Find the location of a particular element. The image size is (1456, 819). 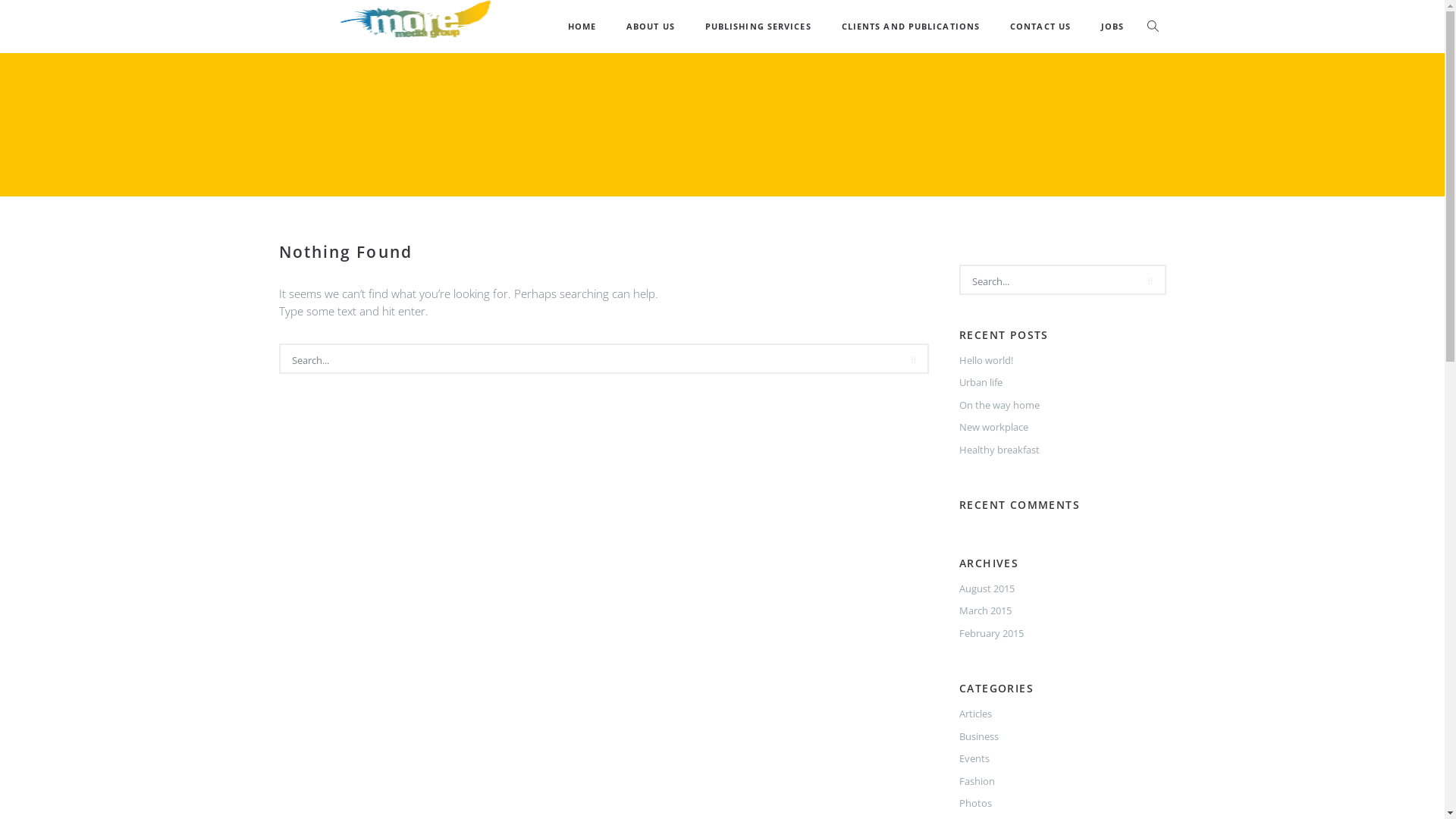

'Photos' is located at coordinates (975, 802).